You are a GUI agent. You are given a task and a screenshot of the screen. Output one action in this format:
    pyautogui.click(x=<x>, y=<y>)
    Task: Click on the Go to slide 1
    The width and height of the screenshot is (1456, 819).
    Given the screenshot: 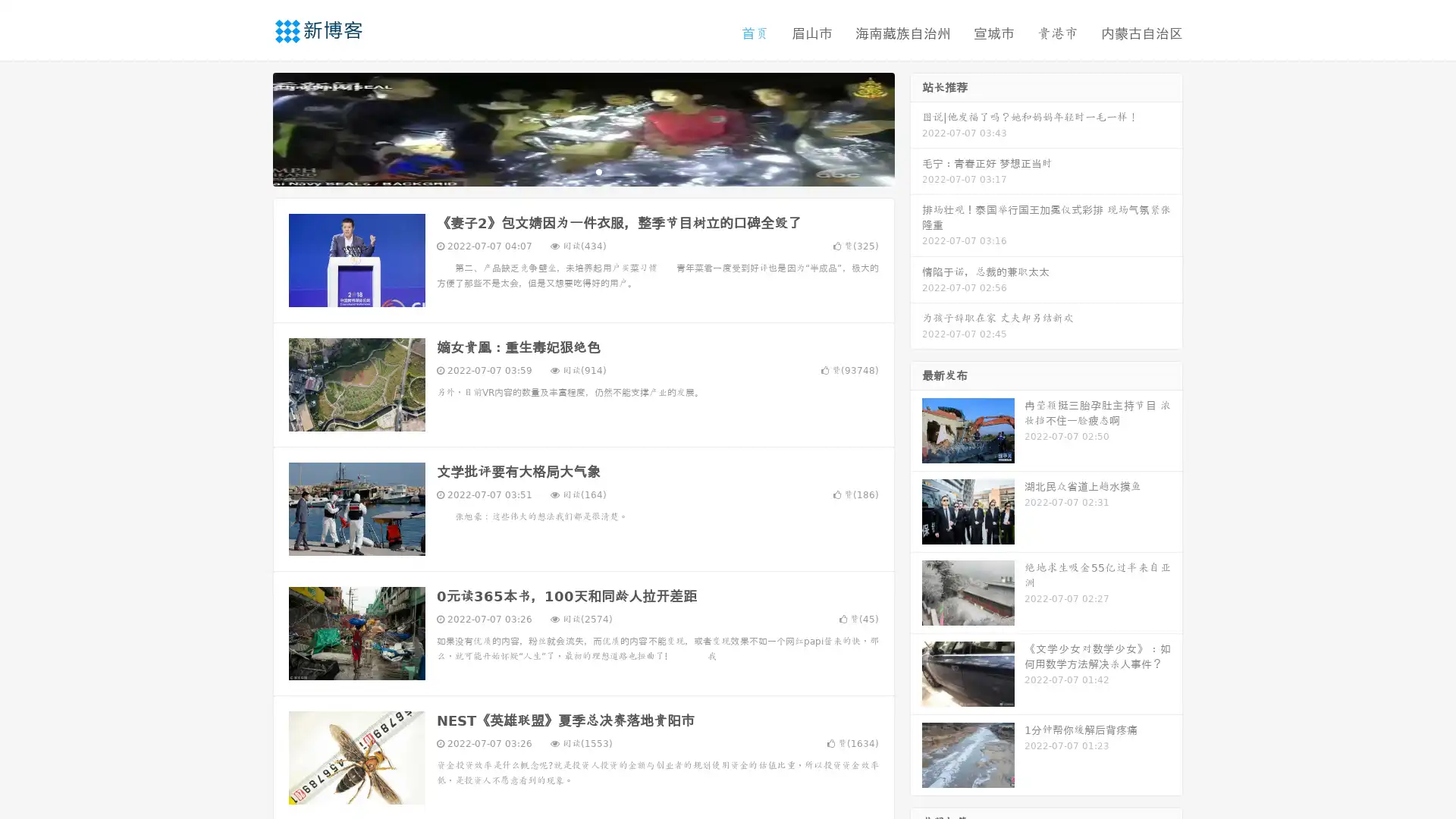 What is the action you would take?
    pyautogui.click(x=567, y=171)
    